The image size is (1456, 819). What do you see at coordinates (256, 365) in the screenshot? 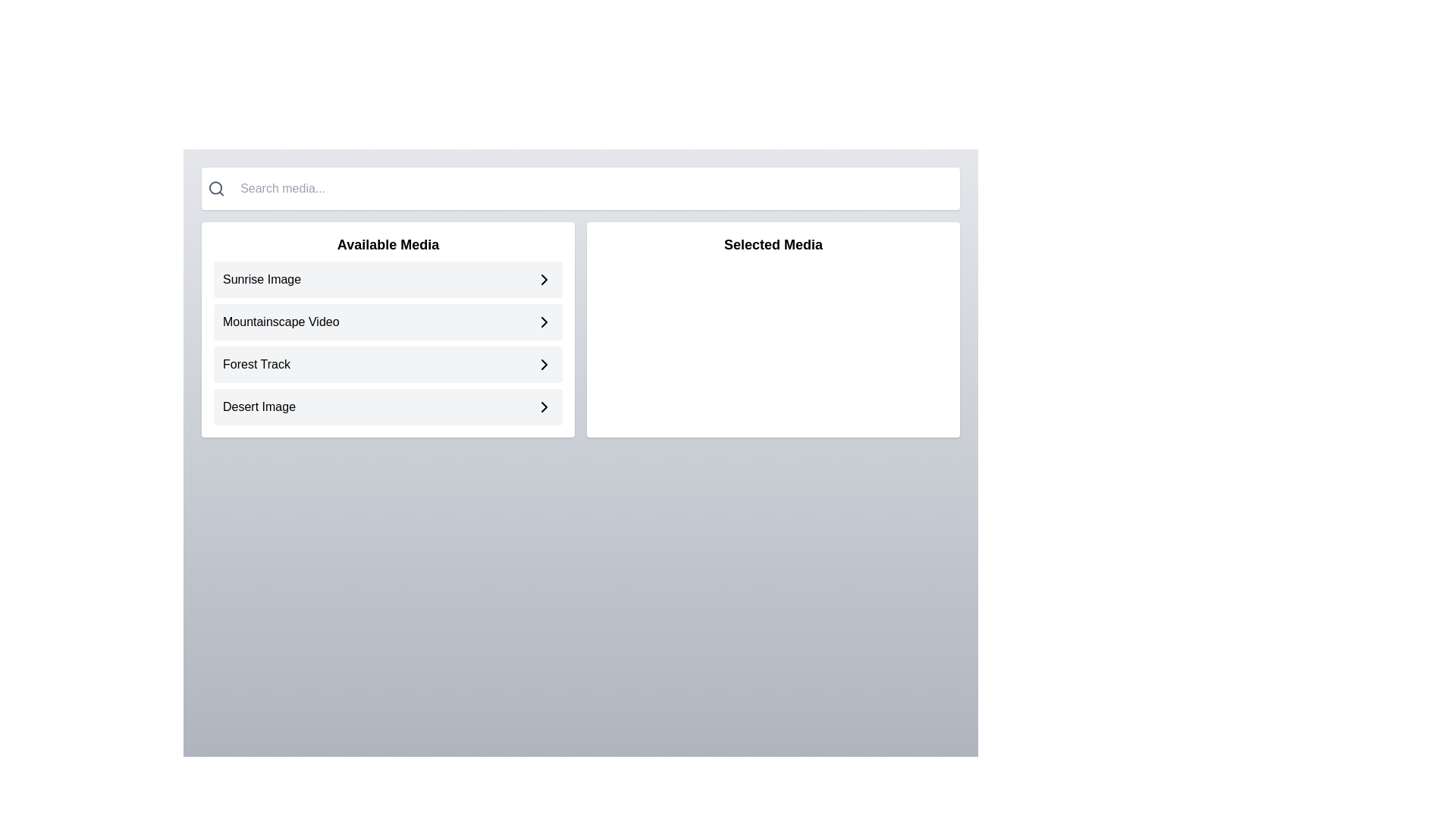
I see `the 'Forest Track' text label, which is a bold label in a light gray rectangular box` at bounding box center [256, 365].